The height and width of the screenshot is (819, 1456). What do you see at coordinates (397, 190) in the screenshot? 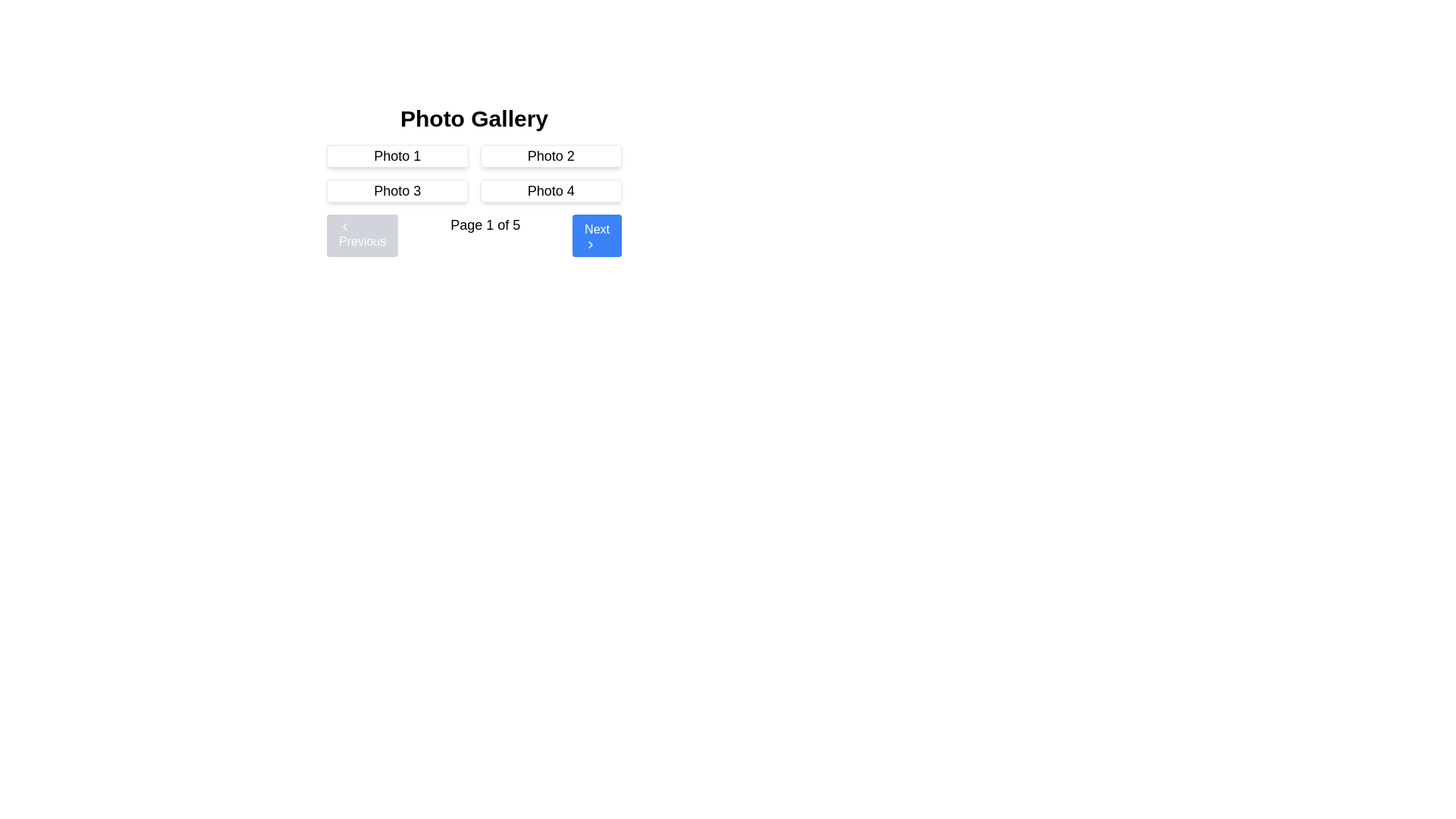
I see `the text label displaying 'Photo 3', which is located in the second row and first column of a 2x2 grid layout` at bounding box center [397, 190].